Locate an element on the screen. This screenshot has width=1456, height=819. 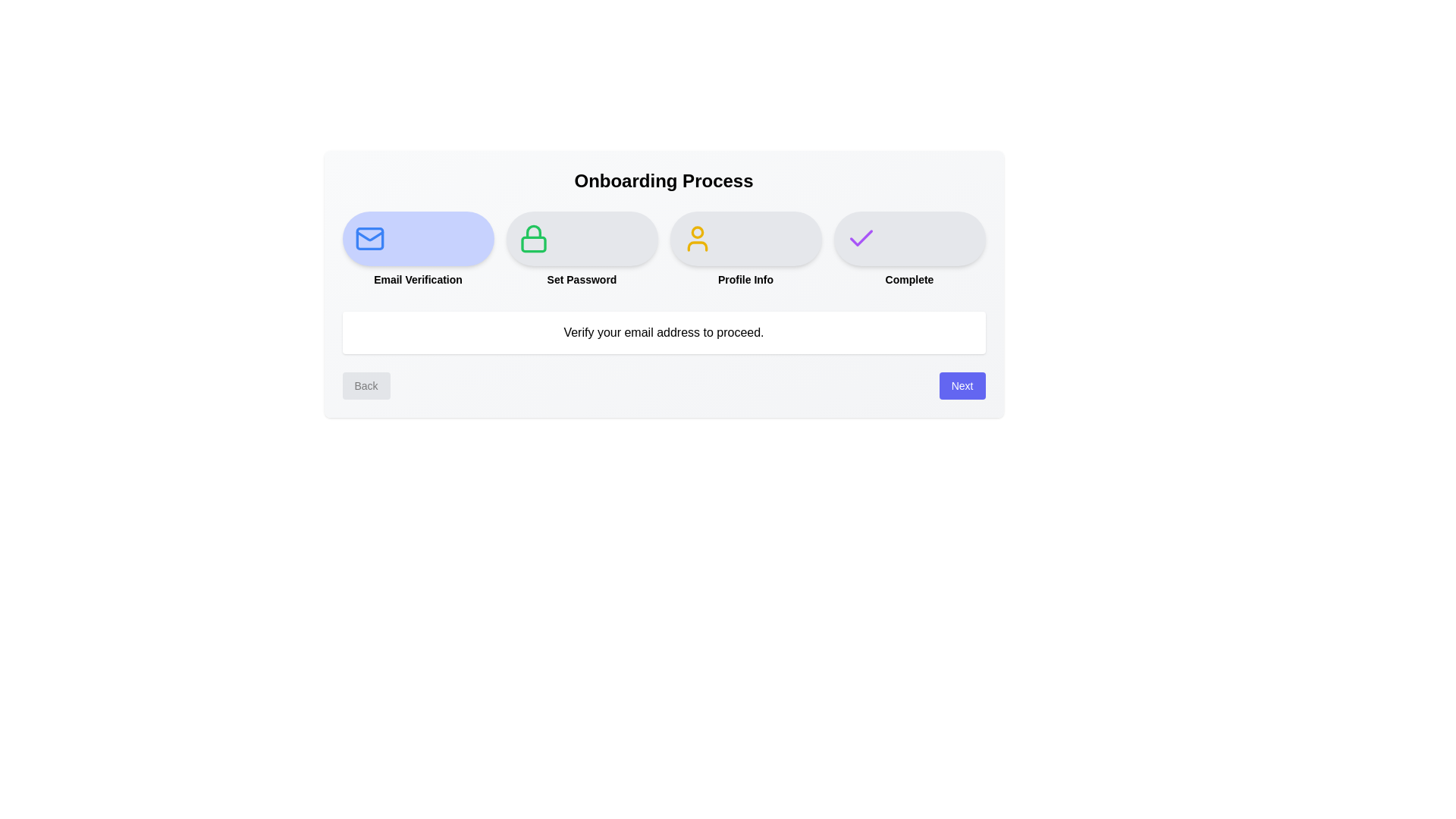
the Back button to navigate the onboarding steps is located at coordinates (366, 385).